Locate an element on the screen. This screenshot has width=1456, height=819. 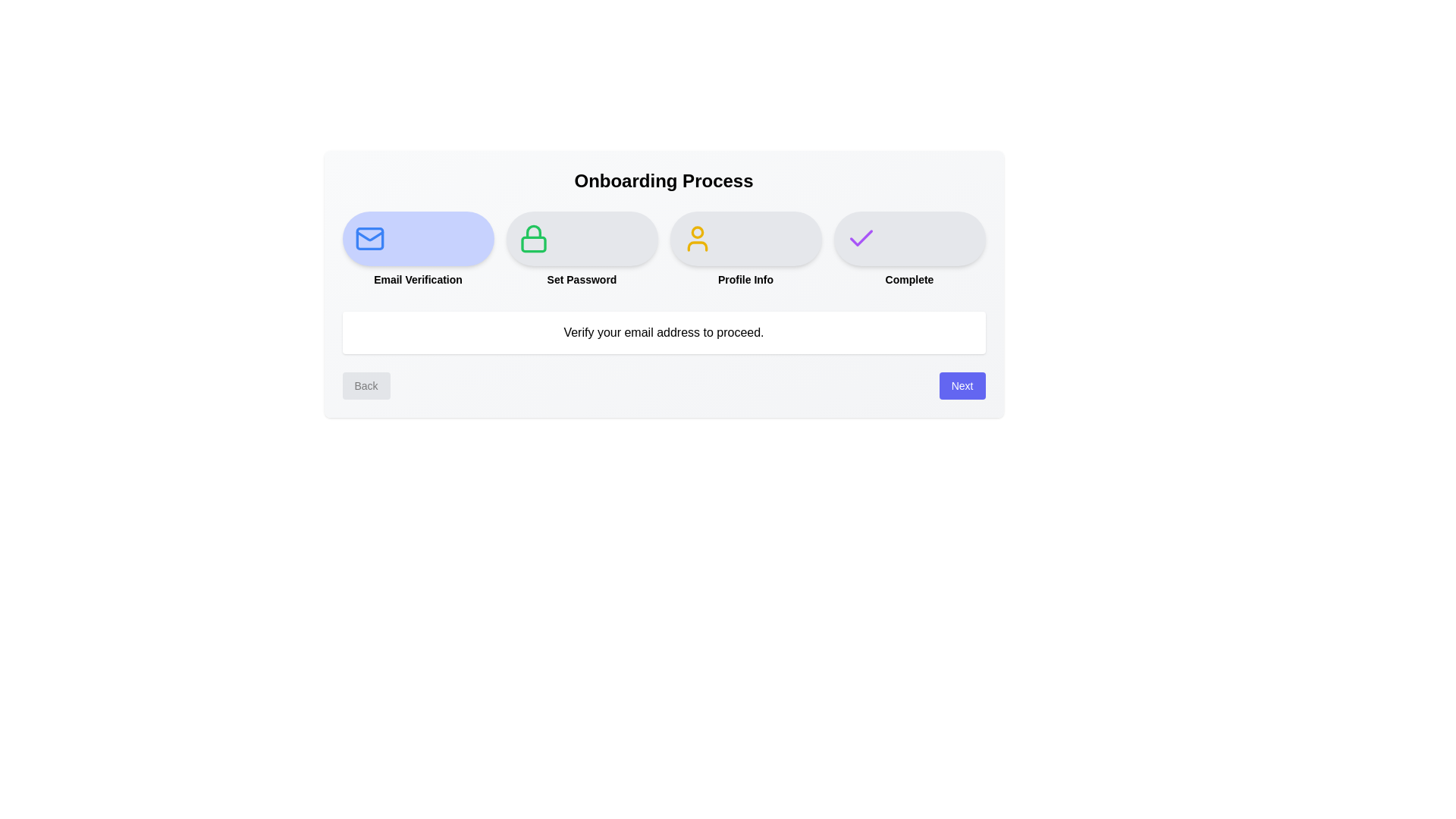
the Back button to navigate the onboarding steps is located at coordinates (366, 385).